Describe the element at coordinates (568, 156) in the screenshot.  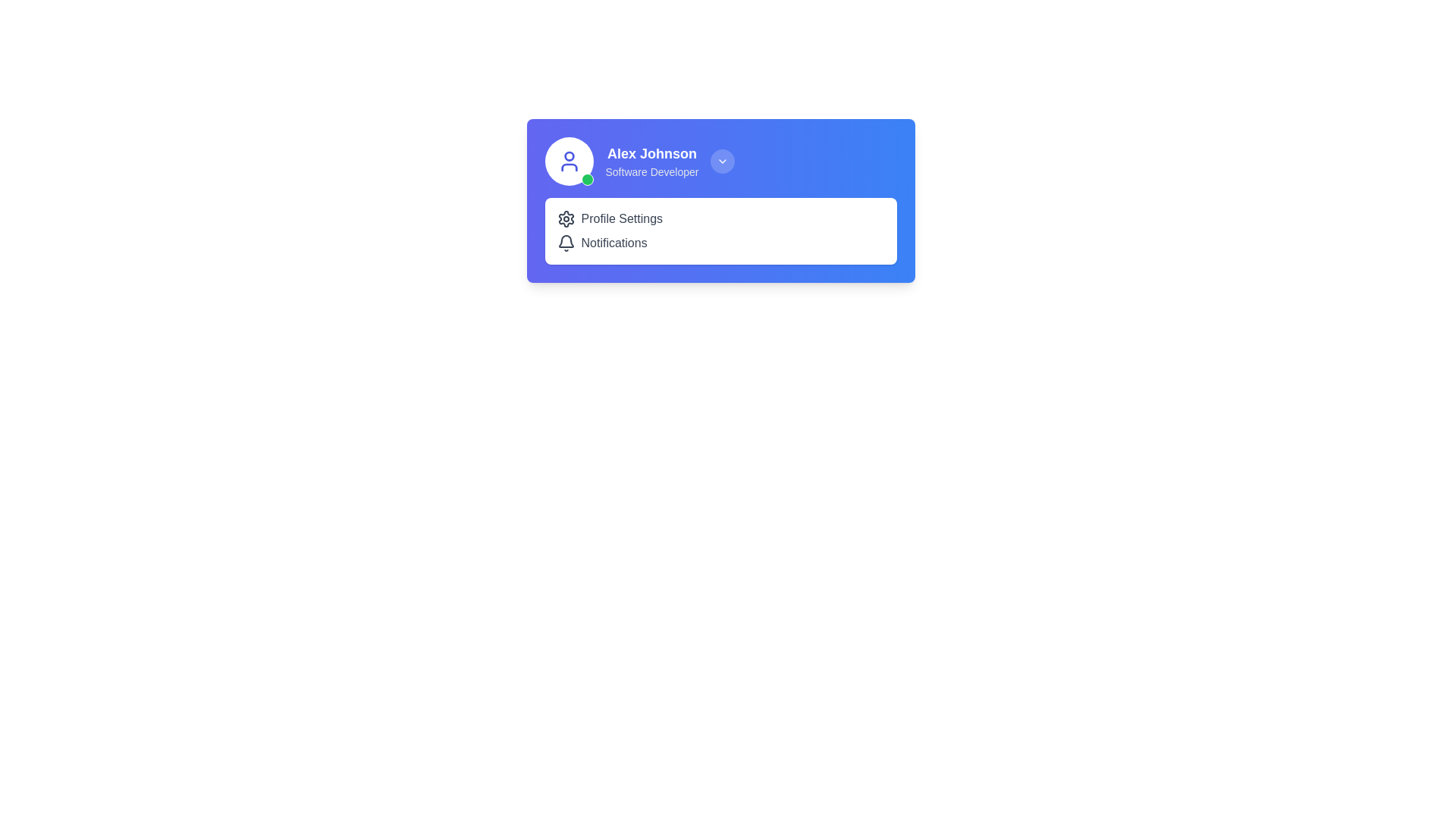
I see `the Circle SVG element that represents the head in the user profile avatar icon` at that location.